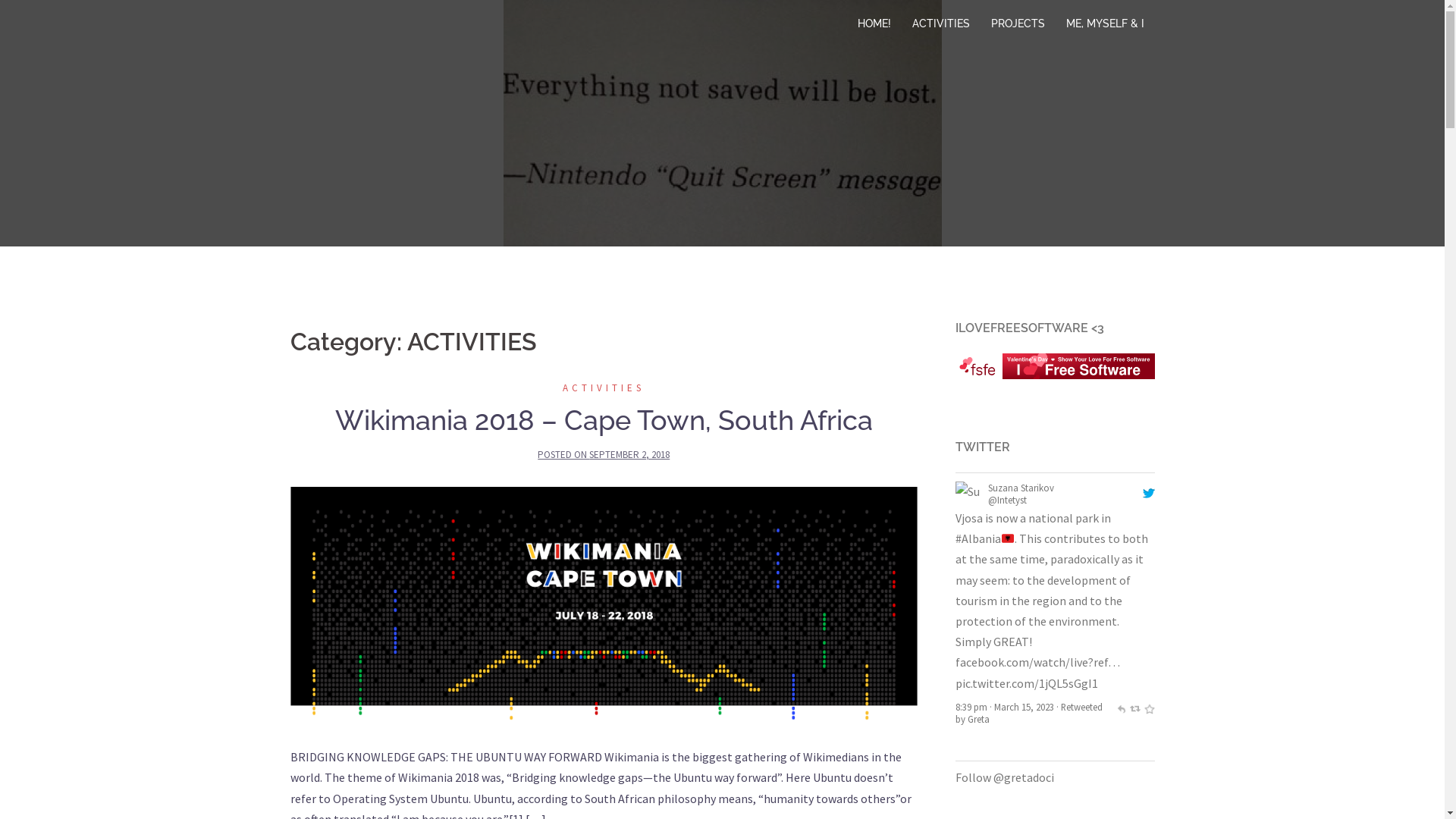 This screenshot has width=1456, height=819. I want to click on 'ACTIVITIES', so click(603, 387).